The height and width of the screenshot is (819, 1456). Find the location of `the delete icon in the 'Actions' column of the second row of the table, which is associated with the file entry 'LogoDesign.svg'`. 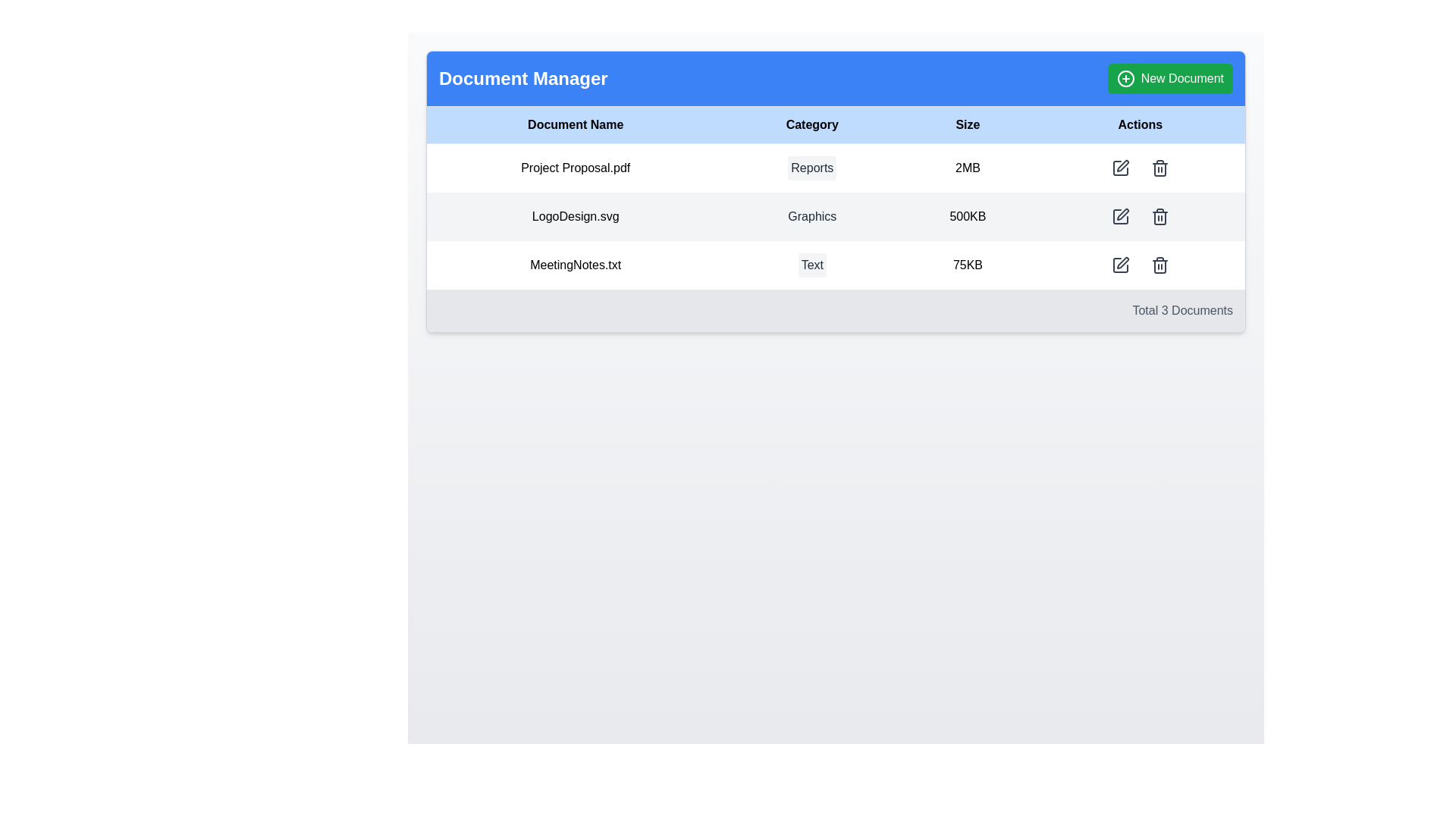

the delete icon in the 'Actions' column of the second row of the table, which is associated with the file entry 'LogoDesign.svg' is located at coordinates (1159, 216).